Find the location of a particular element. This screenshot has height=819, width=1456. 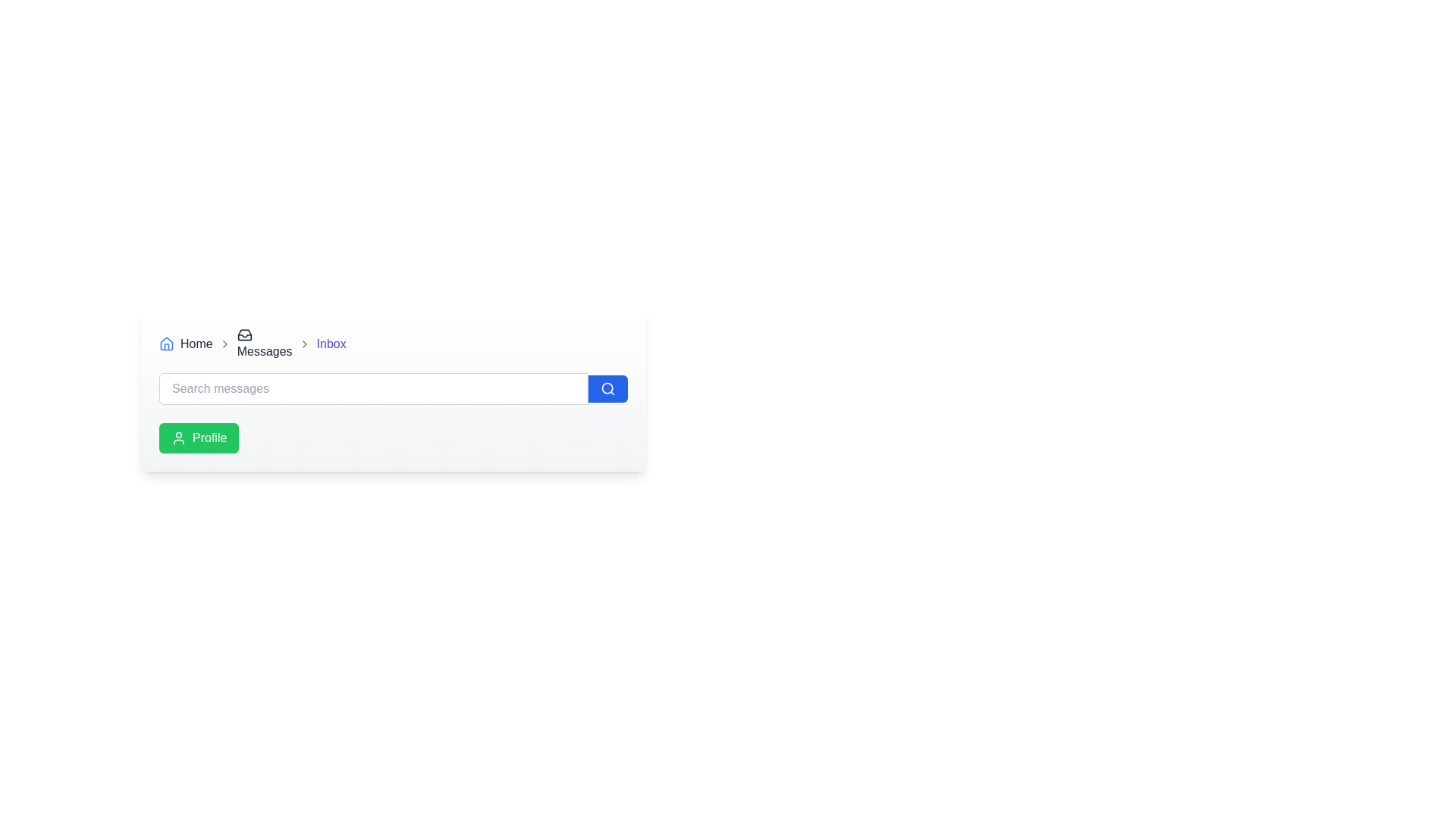

the magnifying glass icon with a blue outline located on a blue rectangular button in the top-right corner of the interface is located at coordinates (607, 388).